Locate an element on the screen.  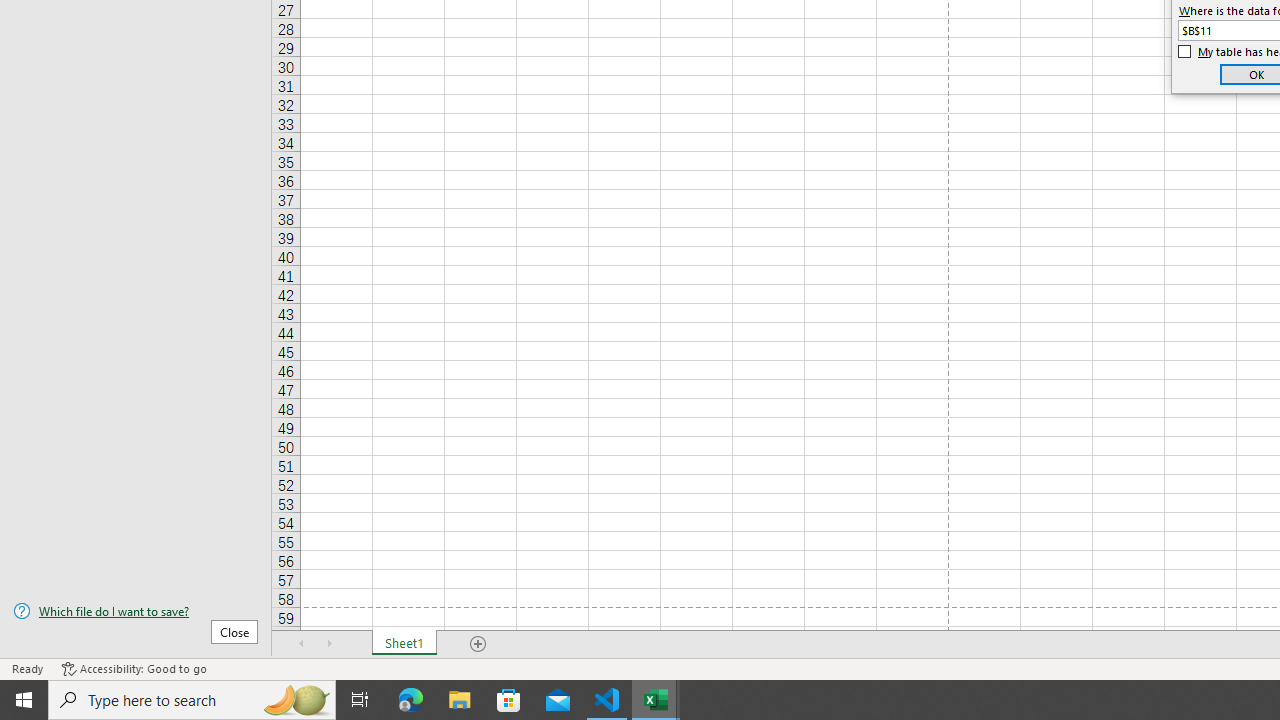
'Accessibility Checker Accessibility: Good to go' is located at coordinates (133, 669).